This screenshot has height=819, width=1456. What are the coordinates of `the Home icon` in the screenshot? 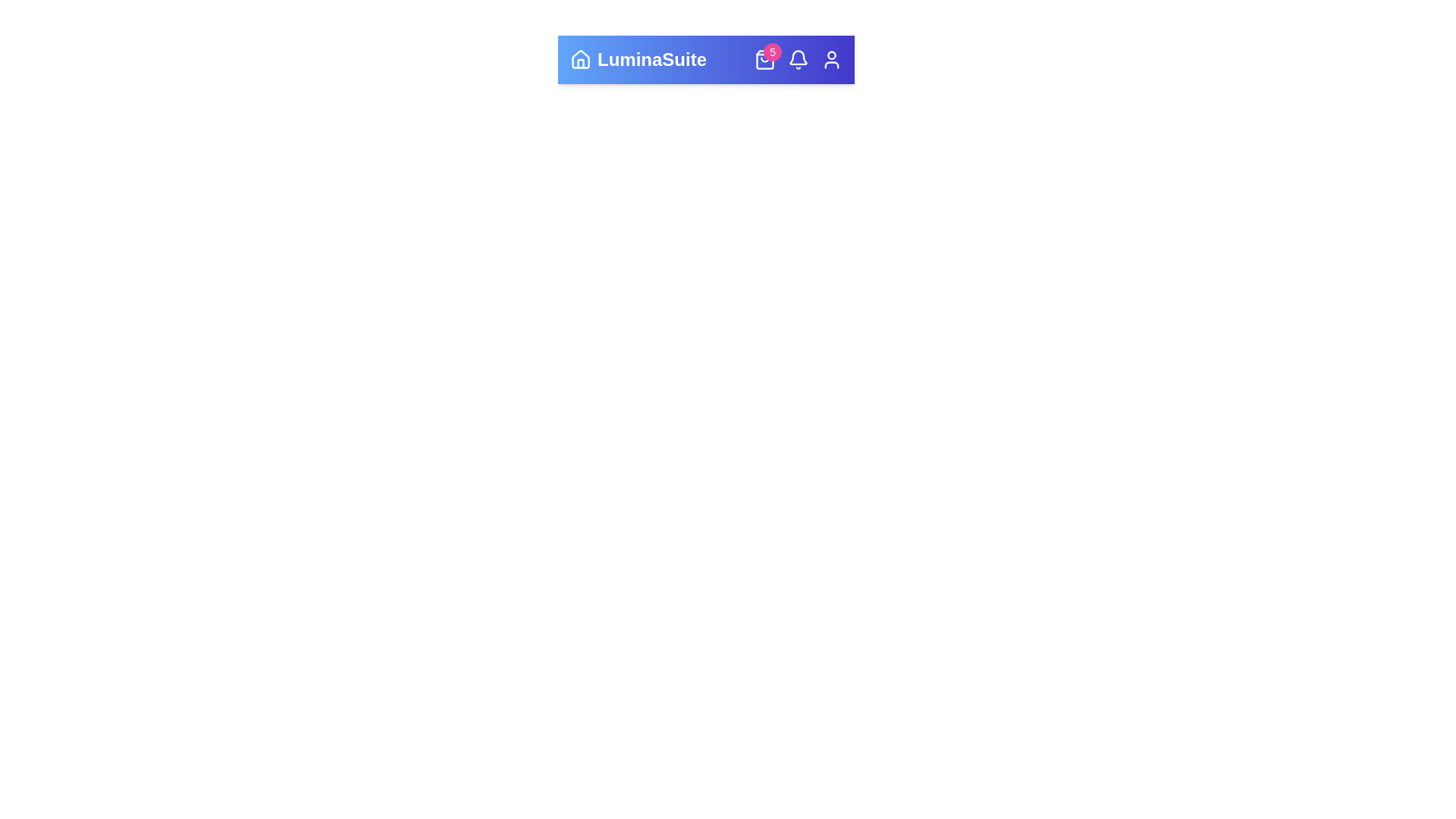 It's located at (580, 58).